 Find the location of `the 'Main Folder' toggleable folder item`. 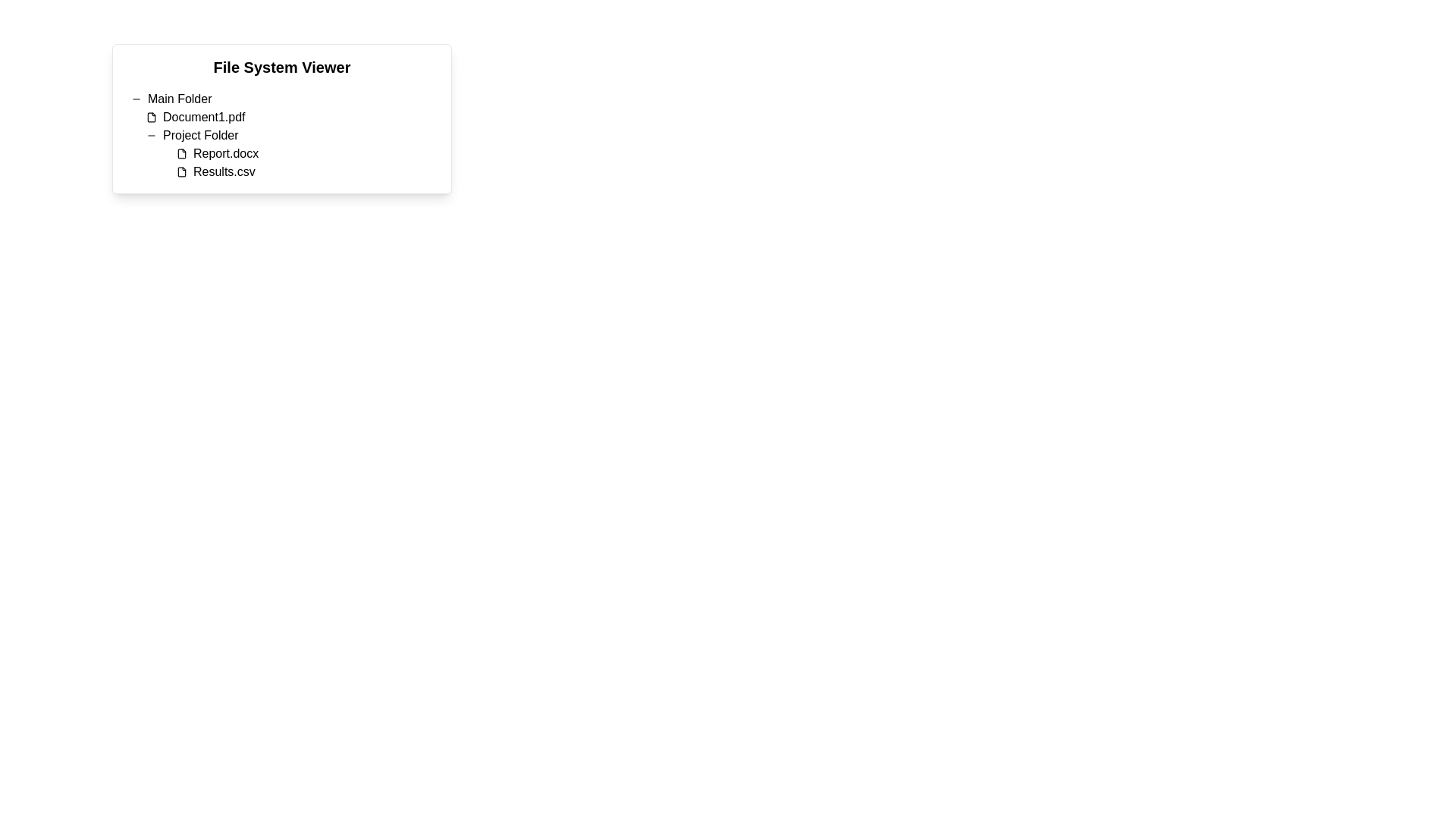

the 'Main Folder' toggleable folder item is located at coordinates (282, 99).